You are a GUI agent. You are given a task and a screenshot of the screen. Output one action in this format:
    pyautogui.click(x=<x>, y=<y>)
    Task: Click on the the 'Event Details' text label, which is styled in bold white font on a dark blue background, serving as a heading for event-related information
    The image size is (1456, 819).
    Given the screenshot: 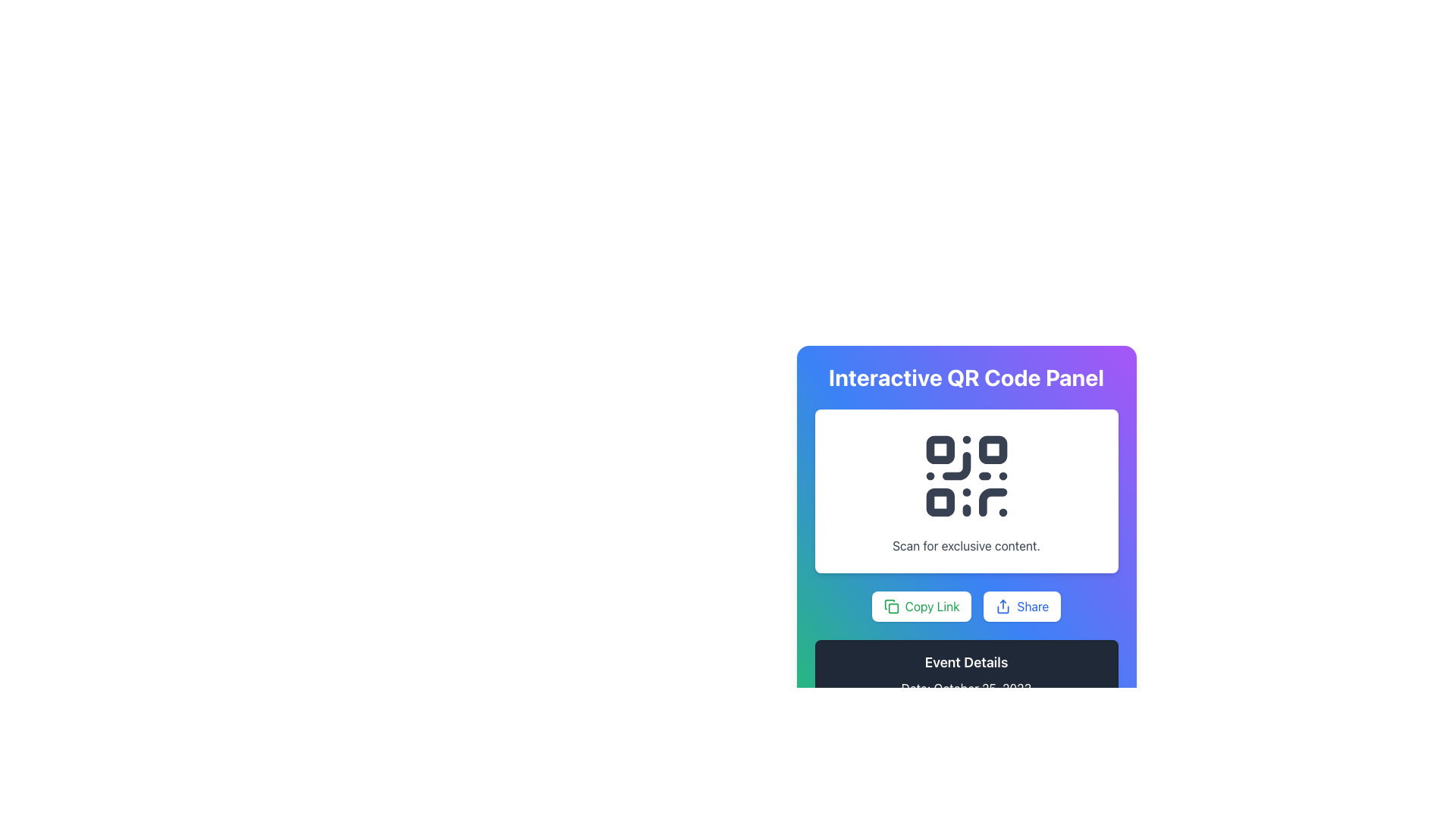 What is the action you would take?
    pyautogui.click(x=965, y=662)
    